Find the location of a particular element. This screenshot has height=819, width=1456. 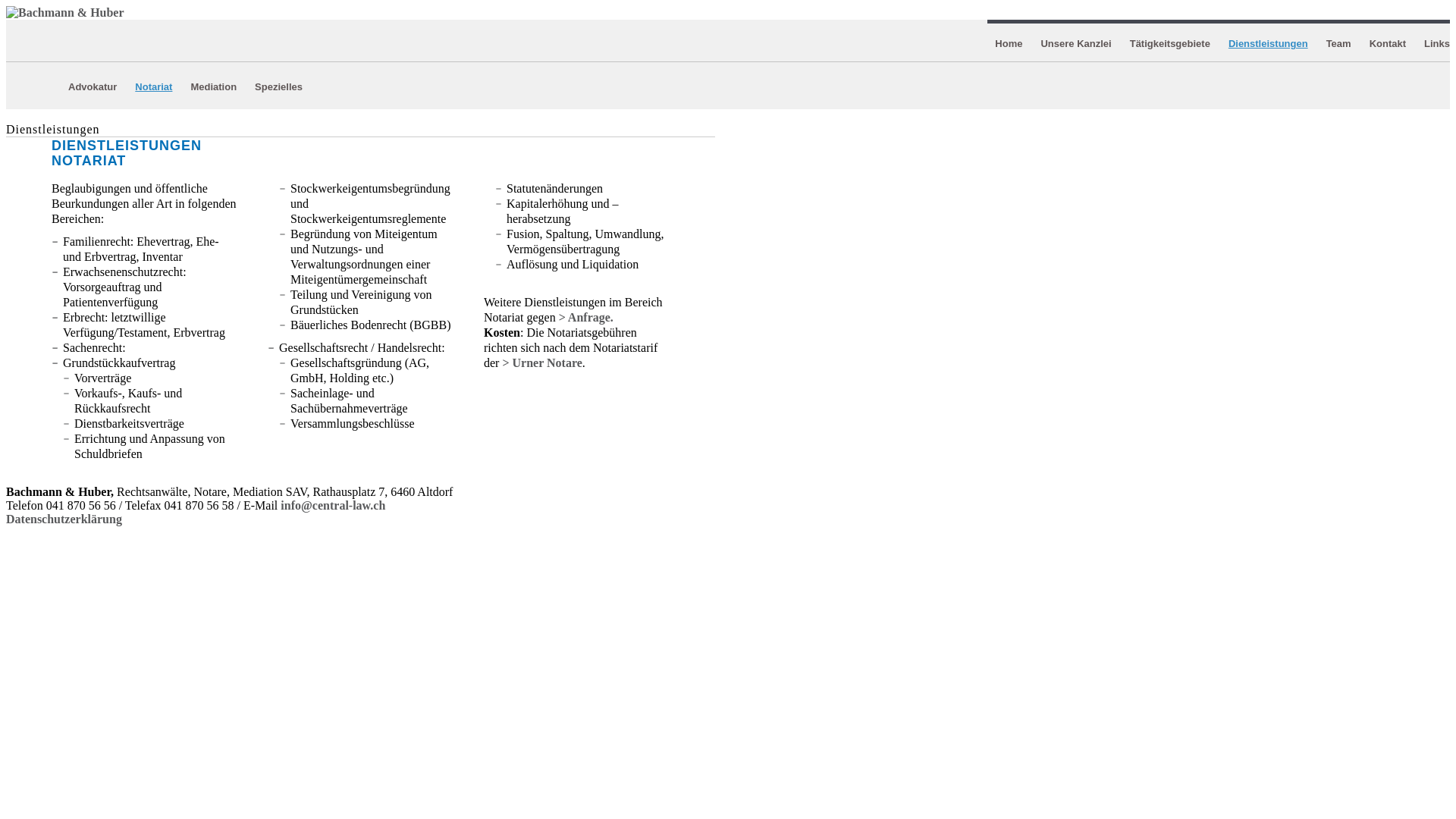

'Home' is located at coordinates (1008, 42).